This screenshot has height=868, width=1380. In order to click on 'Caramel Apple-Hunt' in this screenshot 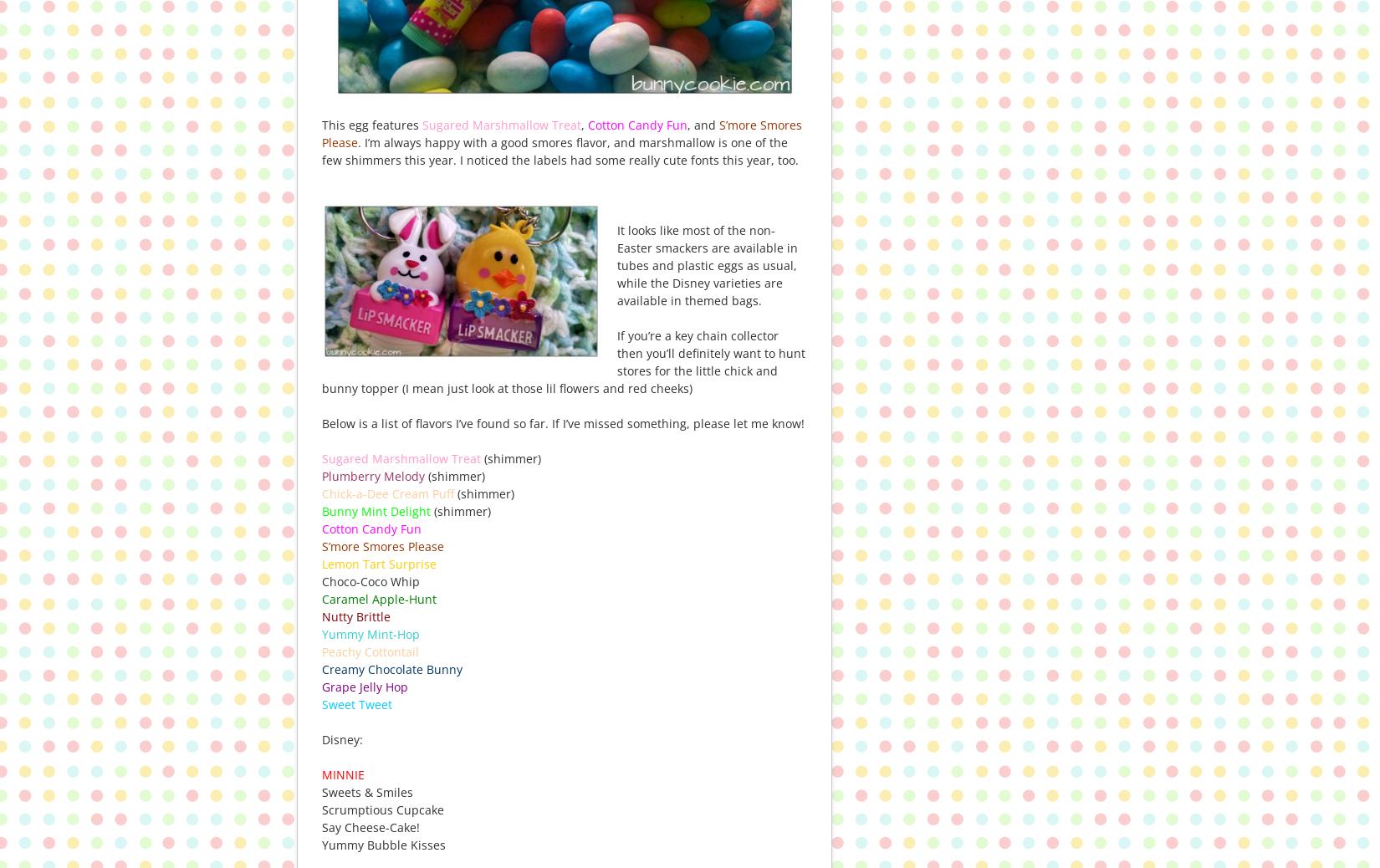, I will do `click(378, 597)`.